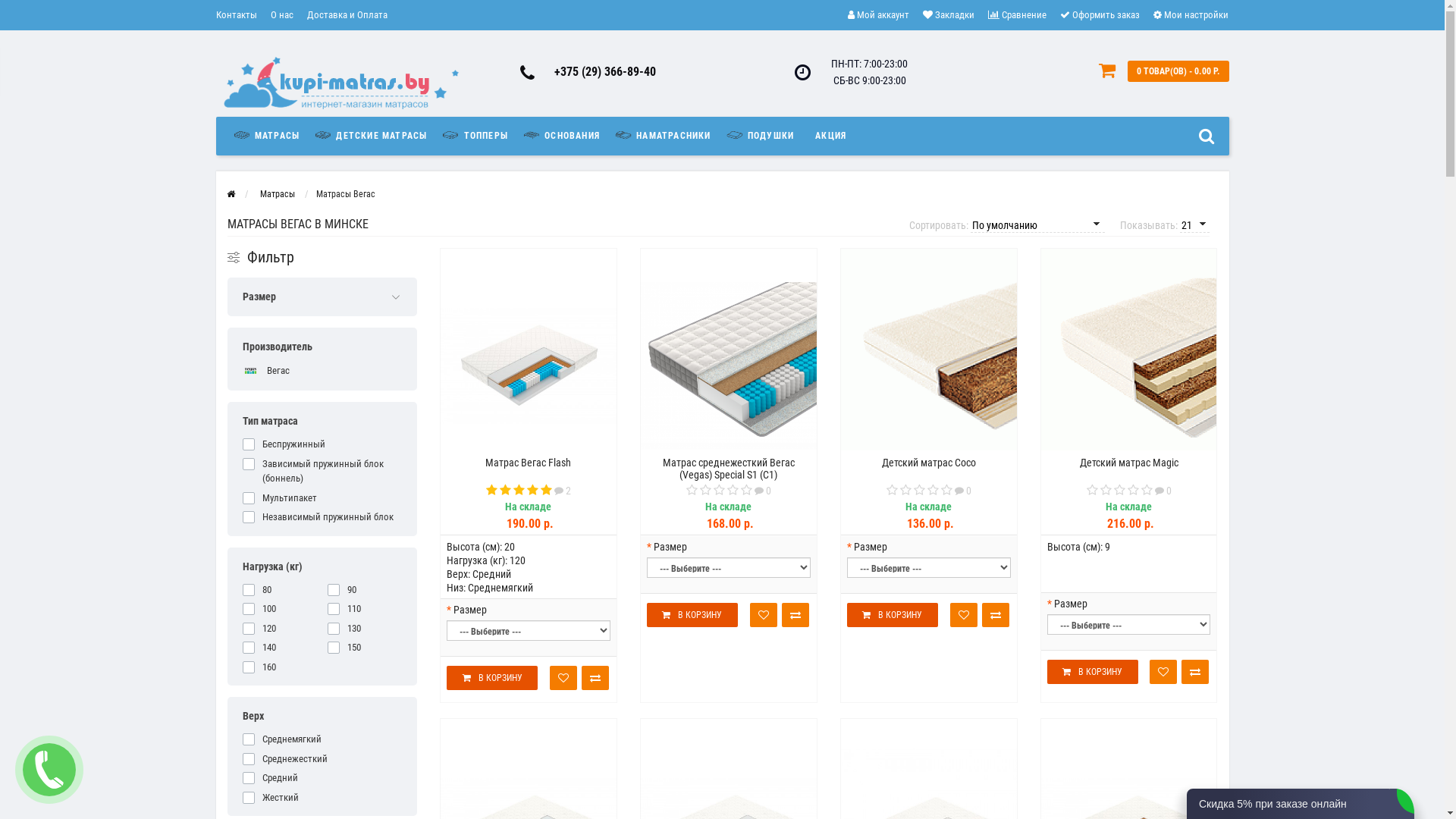 This screenshot has height=819, width=1456. I want to click on '140', so click(280, 647).